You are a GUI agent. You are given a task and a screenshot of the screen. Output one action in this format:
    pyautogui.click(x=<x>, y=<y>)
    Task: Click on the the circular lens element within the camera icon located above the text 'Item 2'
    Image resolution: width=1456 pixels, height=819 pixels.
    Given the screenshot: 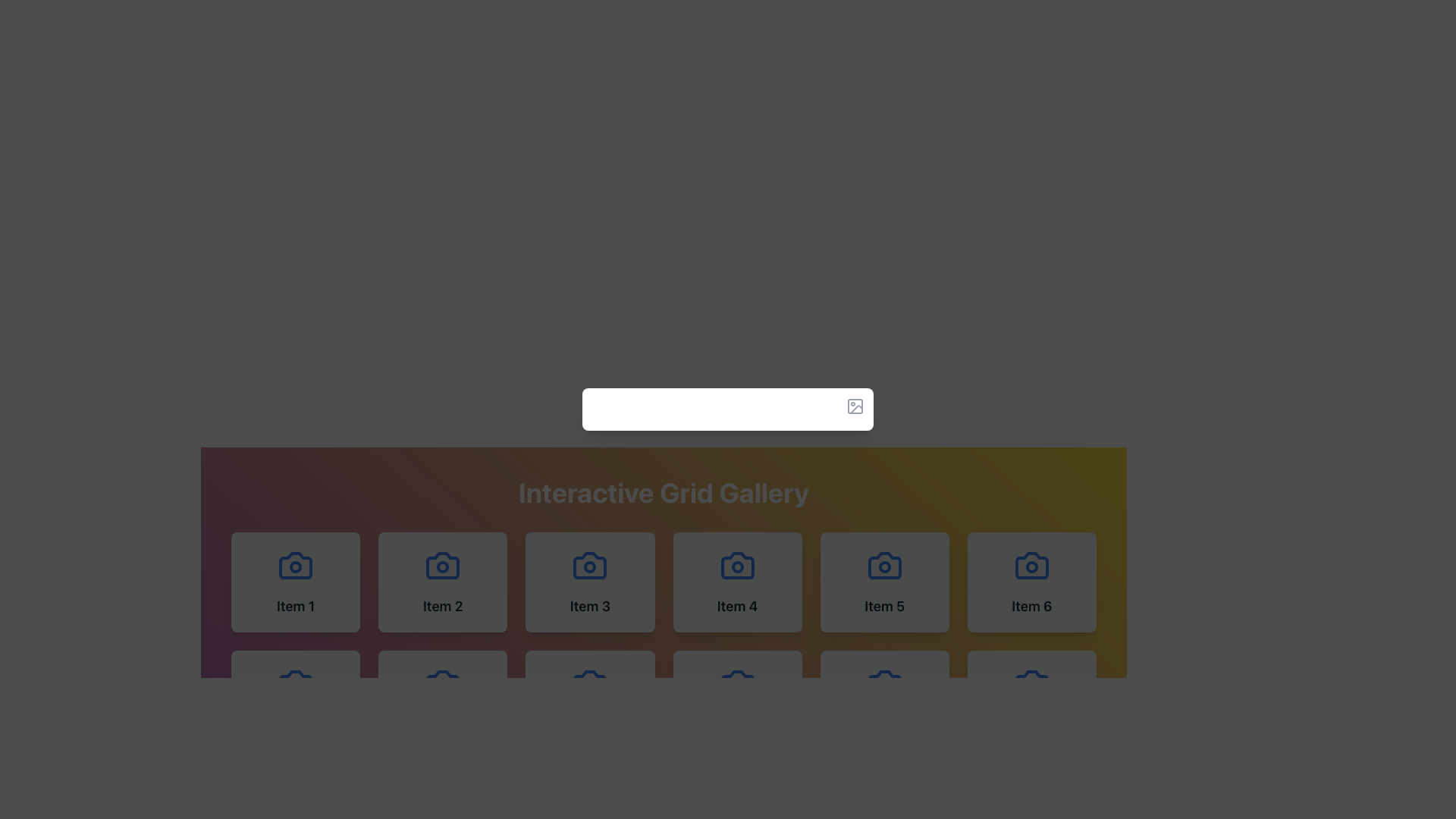 What is the action you would take?
    pyautogui.click(x=442, y=567)
    